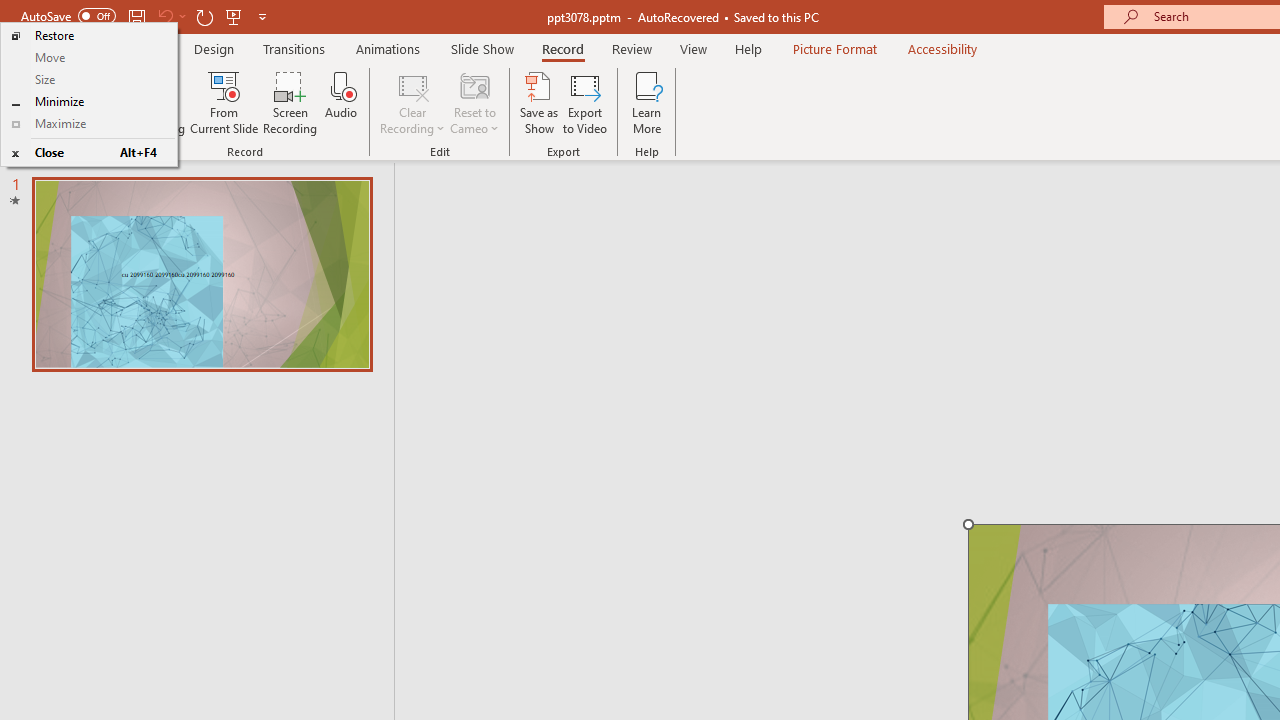  I want to click on 'Size', so click(87, 78).